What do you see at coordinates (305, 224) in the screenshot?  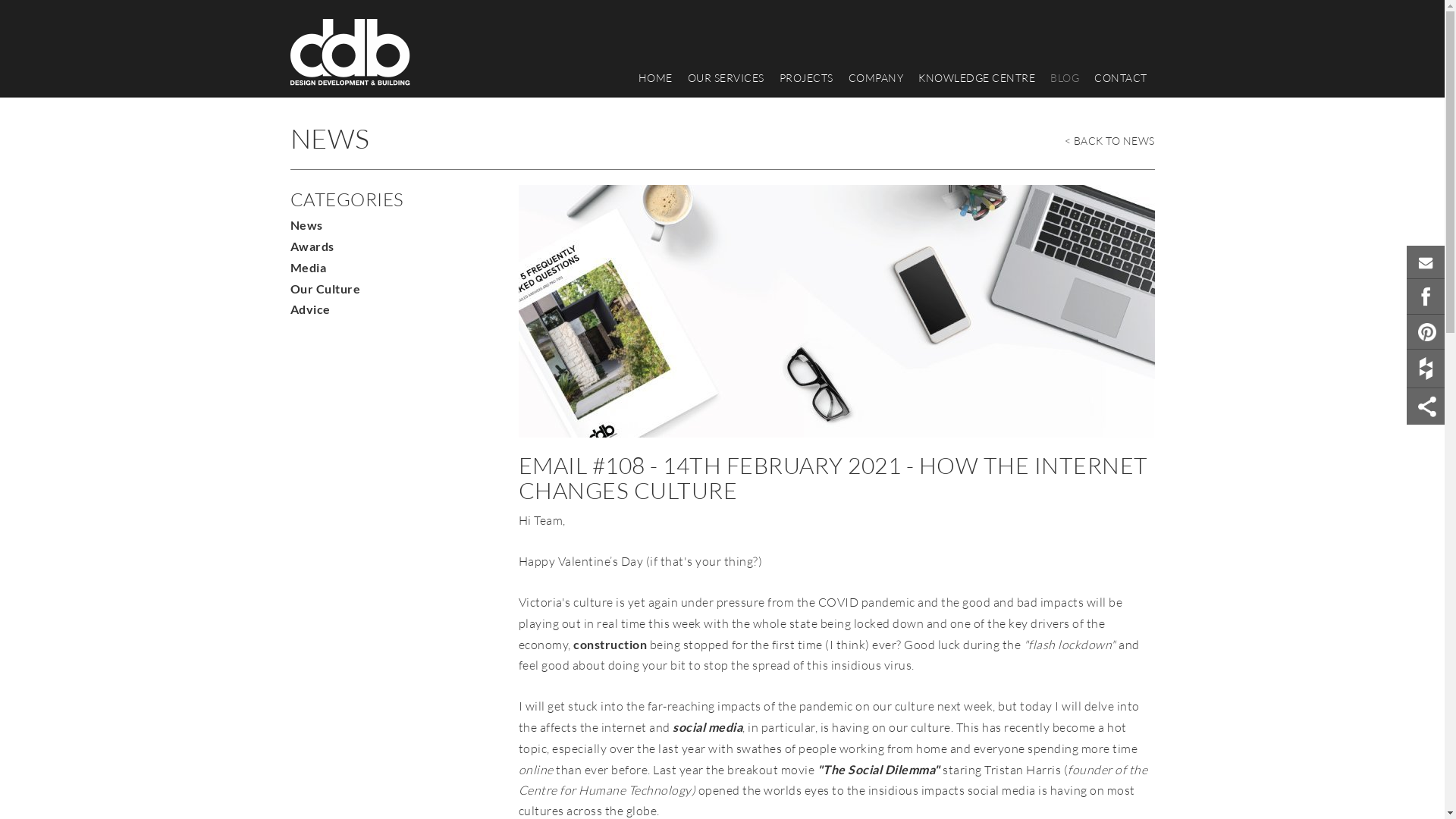 I see `'News'` at bounding box center [305, 224].